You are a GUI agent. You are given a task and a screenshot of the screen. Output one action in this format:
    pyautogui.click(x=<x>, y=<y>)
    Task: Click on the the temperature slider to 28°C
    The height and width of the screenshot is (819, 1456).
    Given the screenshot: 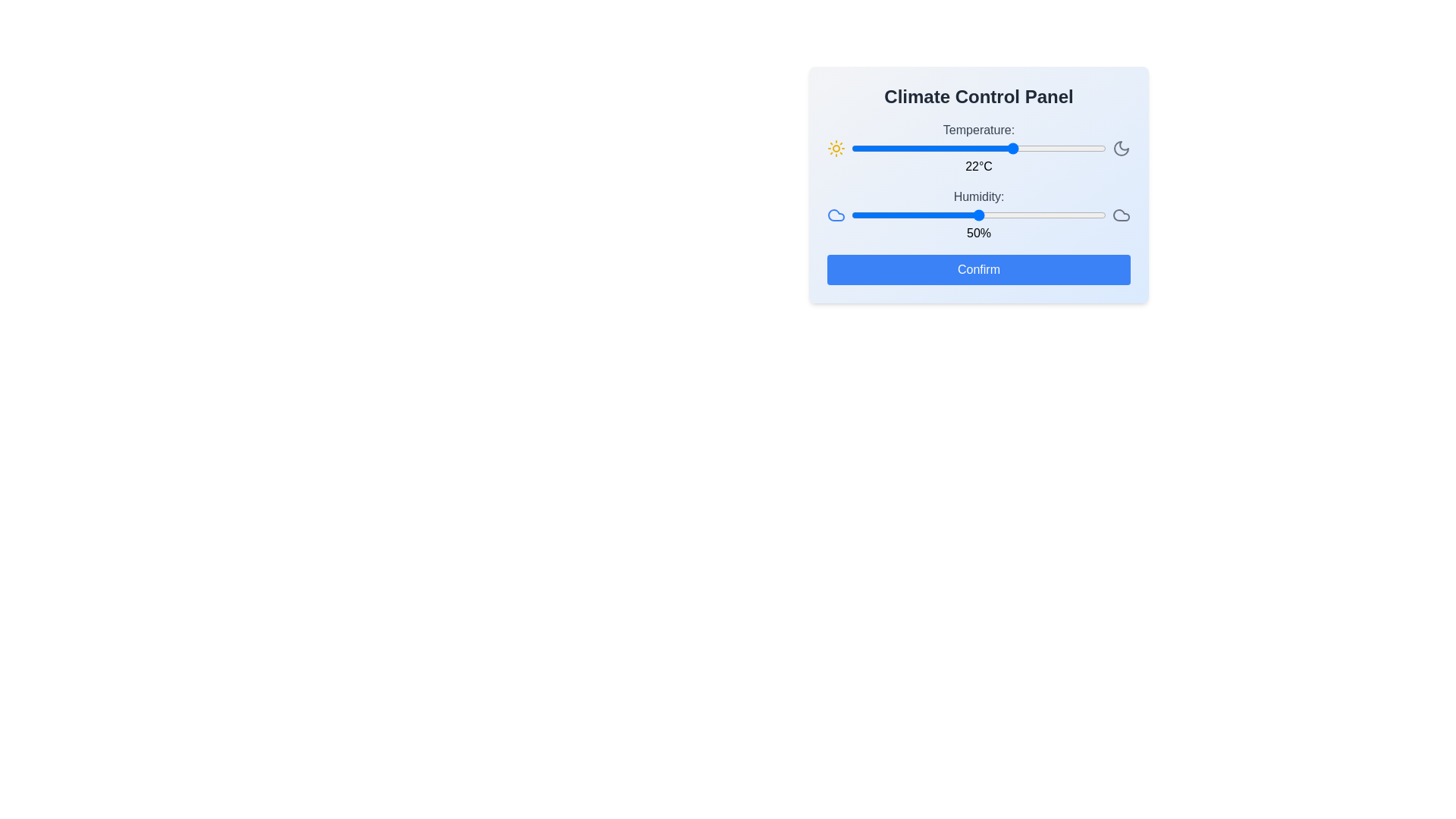 What is the action you would take?
    pyautogui.click(x=1044, y=149)
    